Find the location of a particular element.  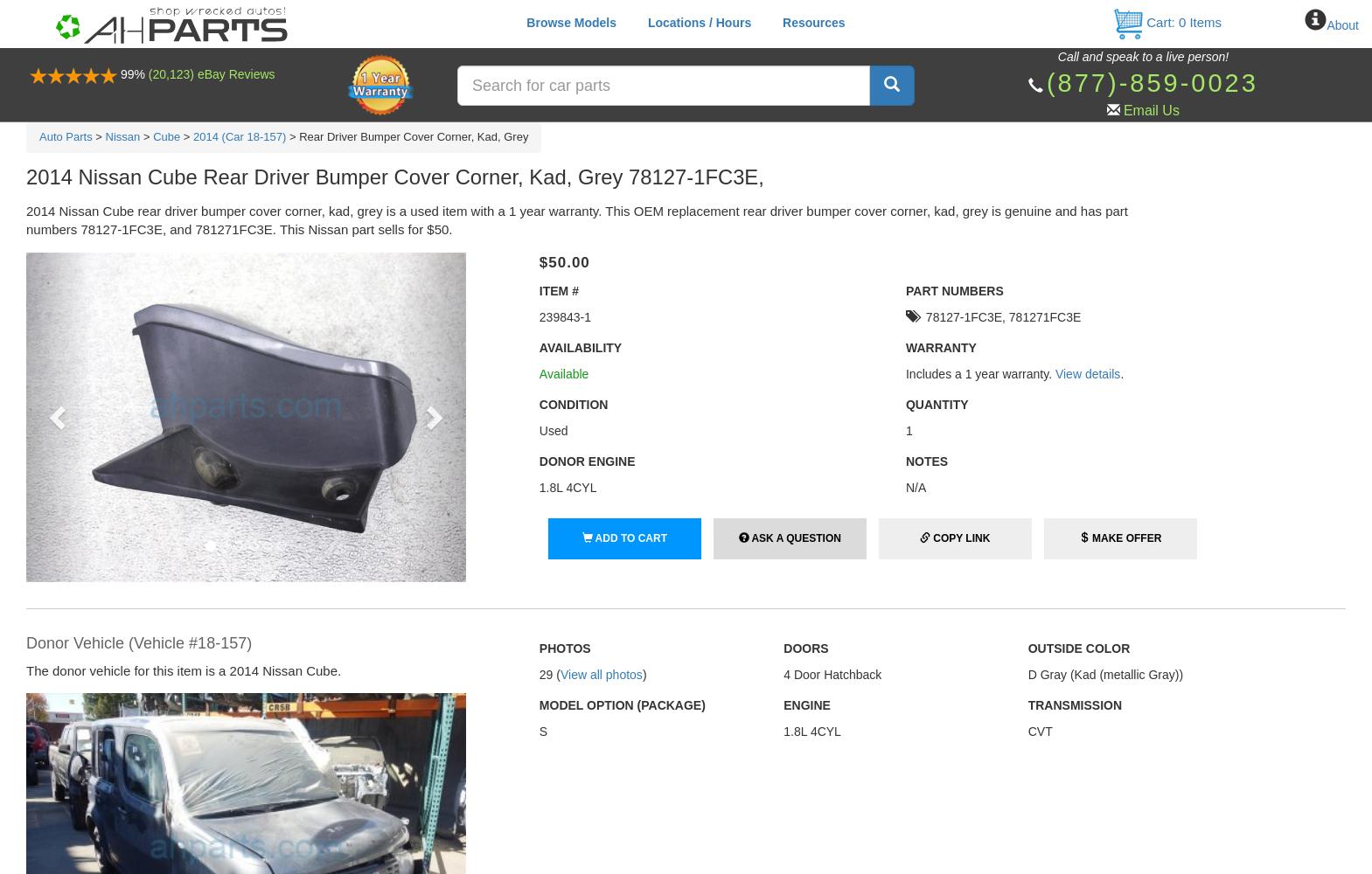

'Copy Link' is located at coordinates (933, 538).